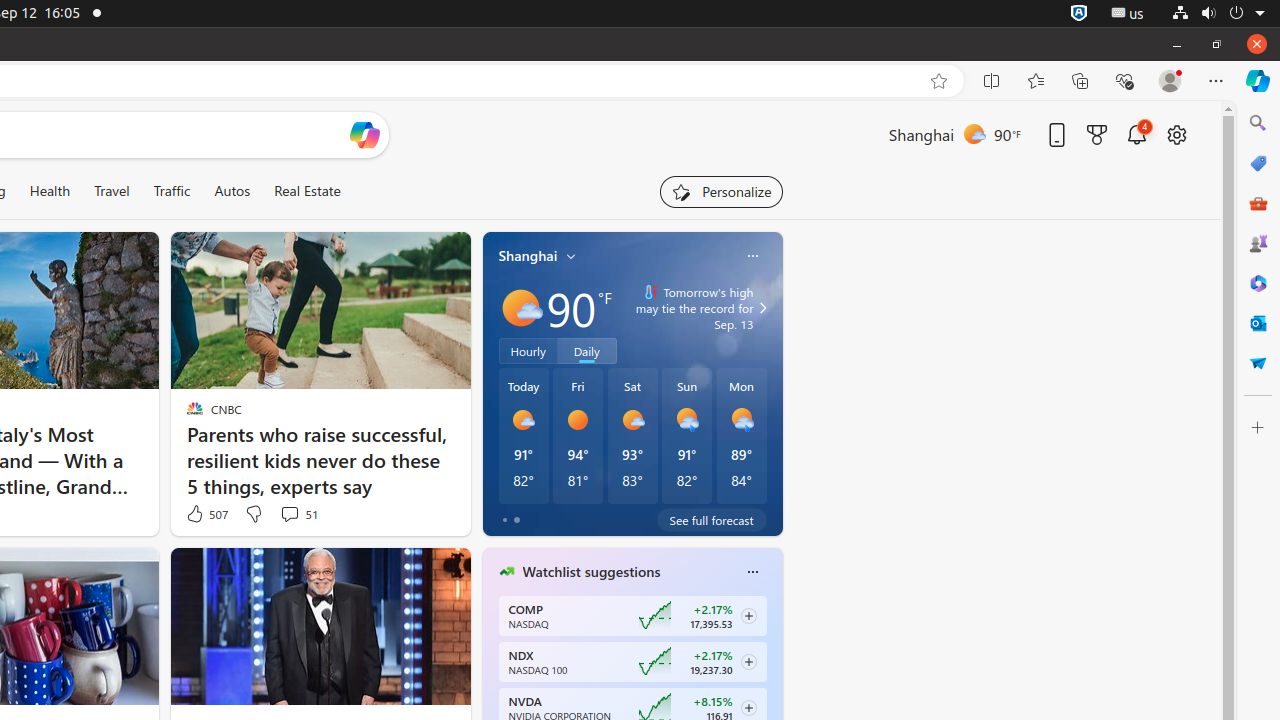 This screenshot has width=1280, height=720. I want to click on 'Health', so click(50, 191).